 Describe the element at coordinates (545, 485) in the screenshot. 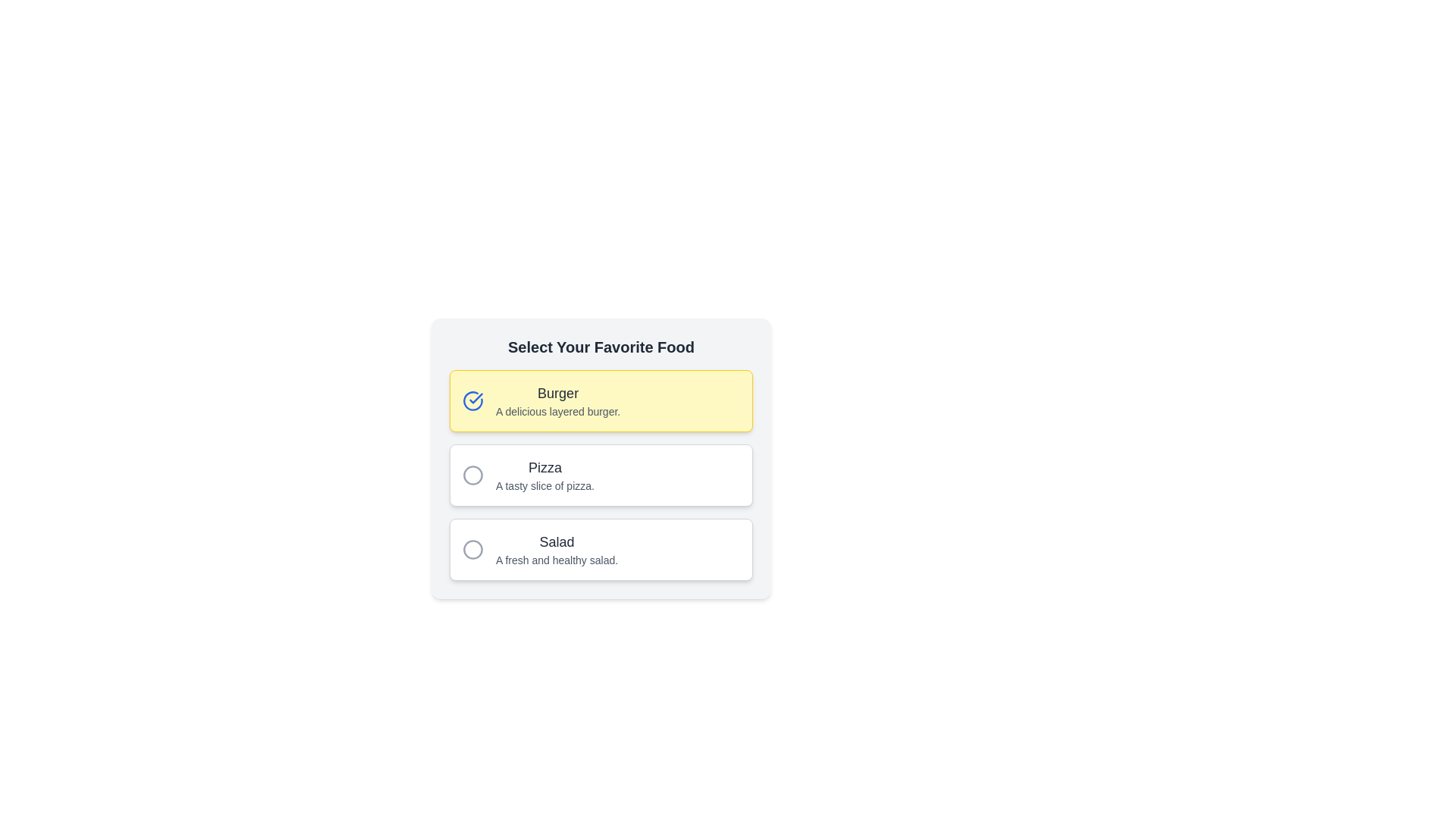

I see `the text label that reads 'A tasty slice of pizza', which is located directly below the 'Pizza' title and is part of the second option in the list of food items` at that location.